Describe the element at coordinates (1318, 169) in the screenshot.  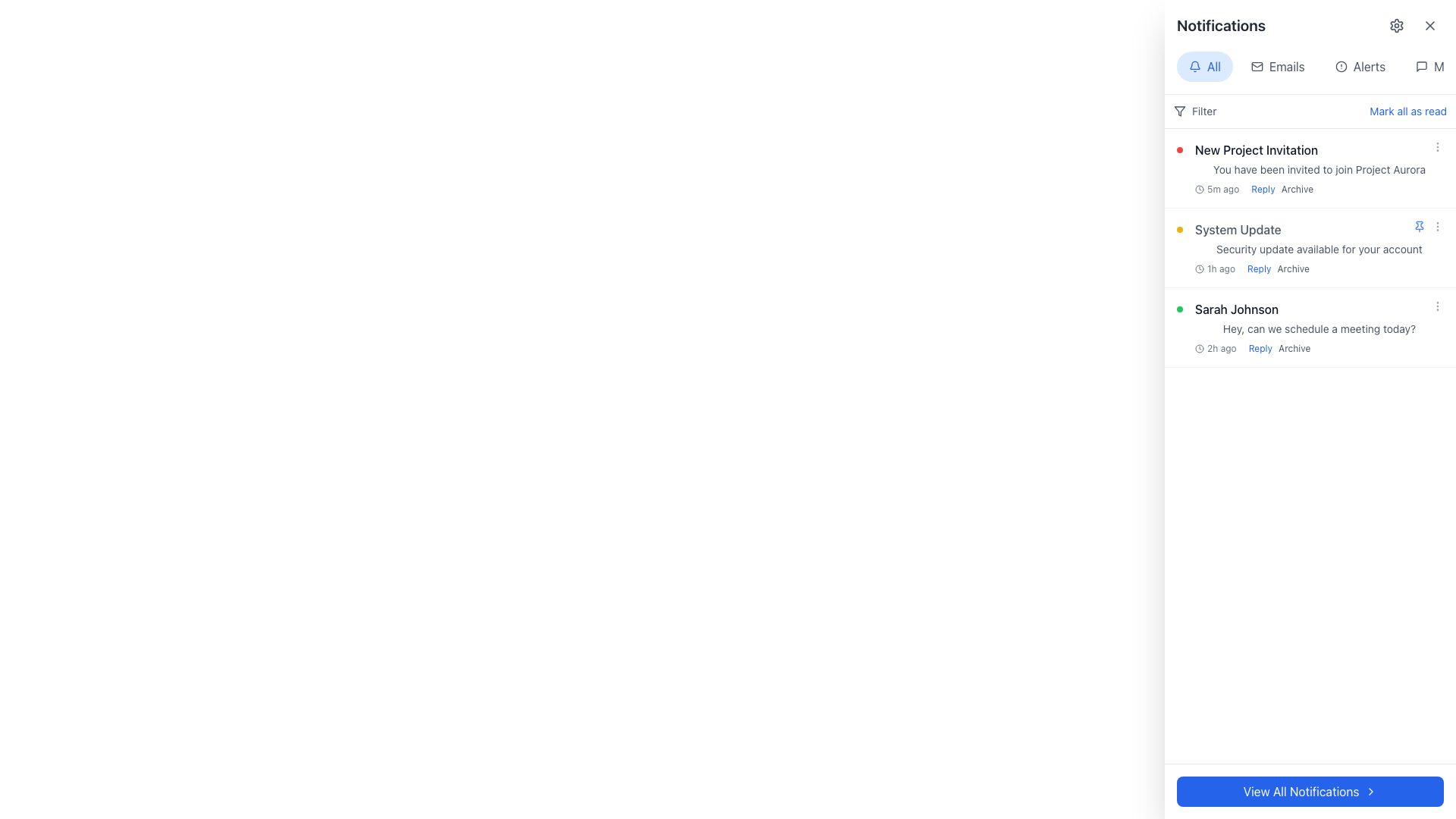
I see `text label displaying 'You have been invited to join Project Aurora', which is small and gray, located under the 'New Project Invitation' heading` at that location.